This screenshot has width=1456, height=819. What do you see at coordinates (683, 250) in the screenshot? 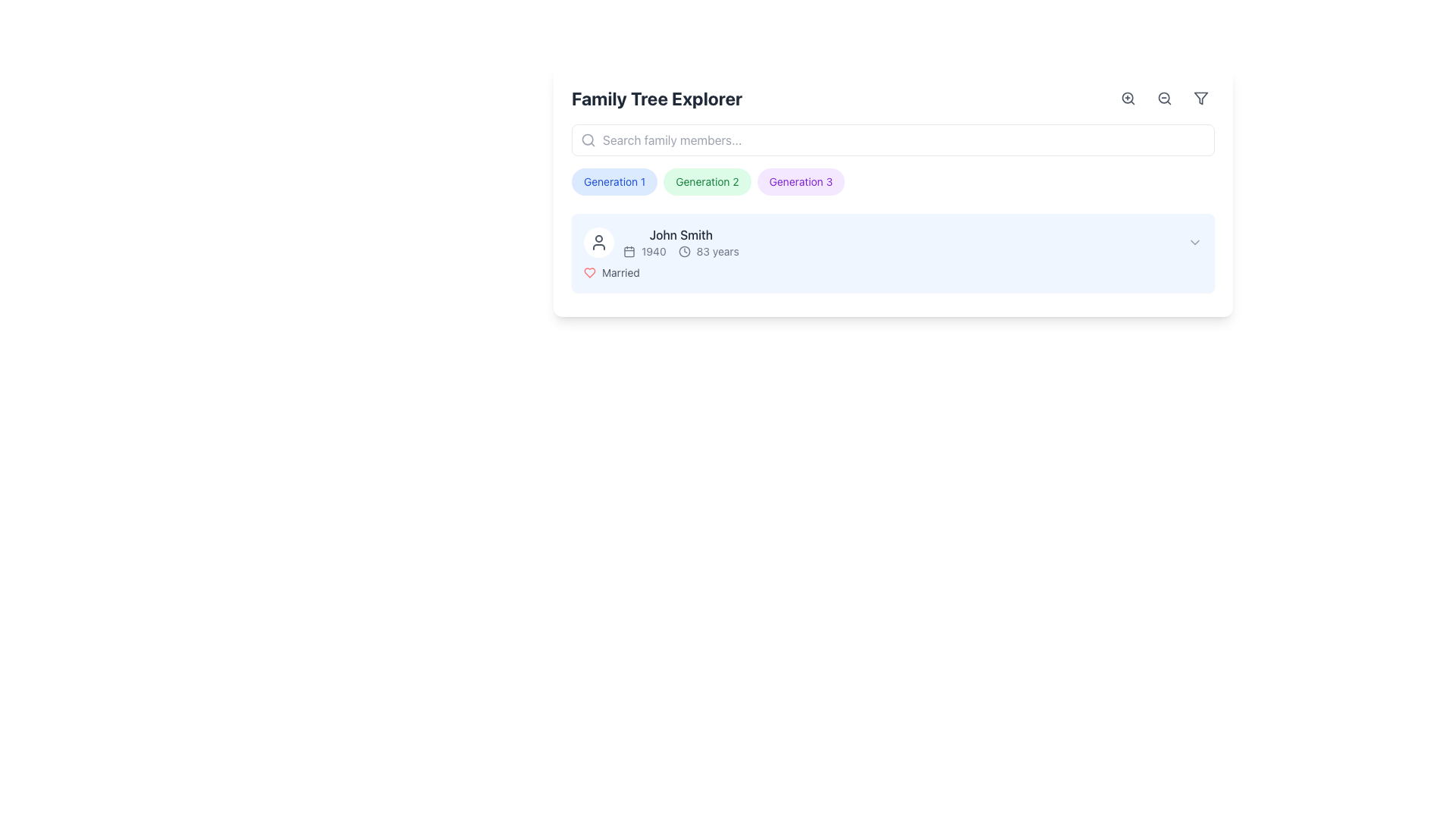
I see `the clock icon, which has a minimalist gray design and is located to the right of the text '1940' and just before '83 years'` at bounding box center [683, 250].